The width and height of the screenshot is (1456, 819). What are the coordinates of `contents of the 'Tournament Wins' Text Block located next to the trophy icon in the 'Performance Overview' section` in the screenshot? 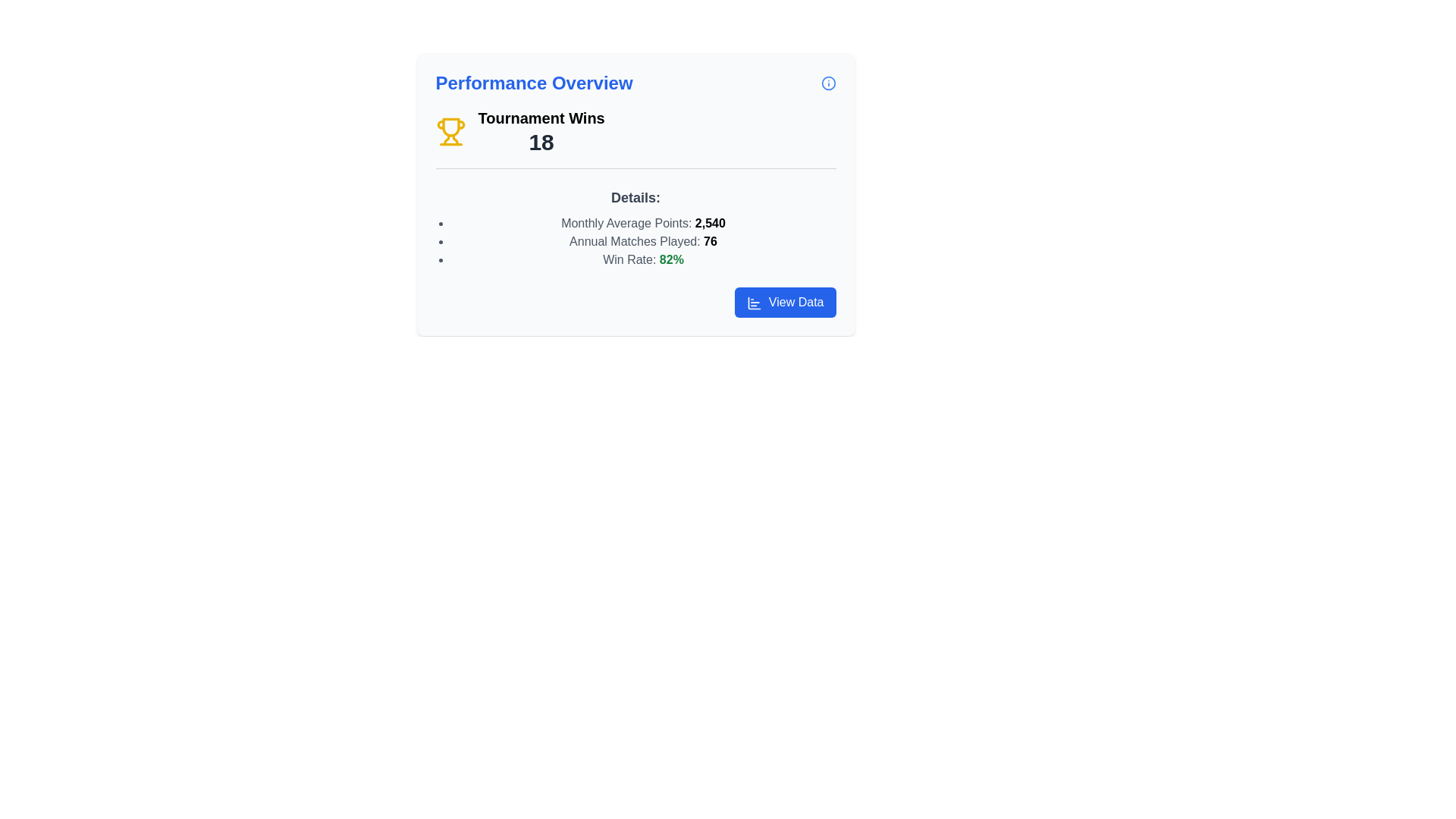 It's located at (541, 130).